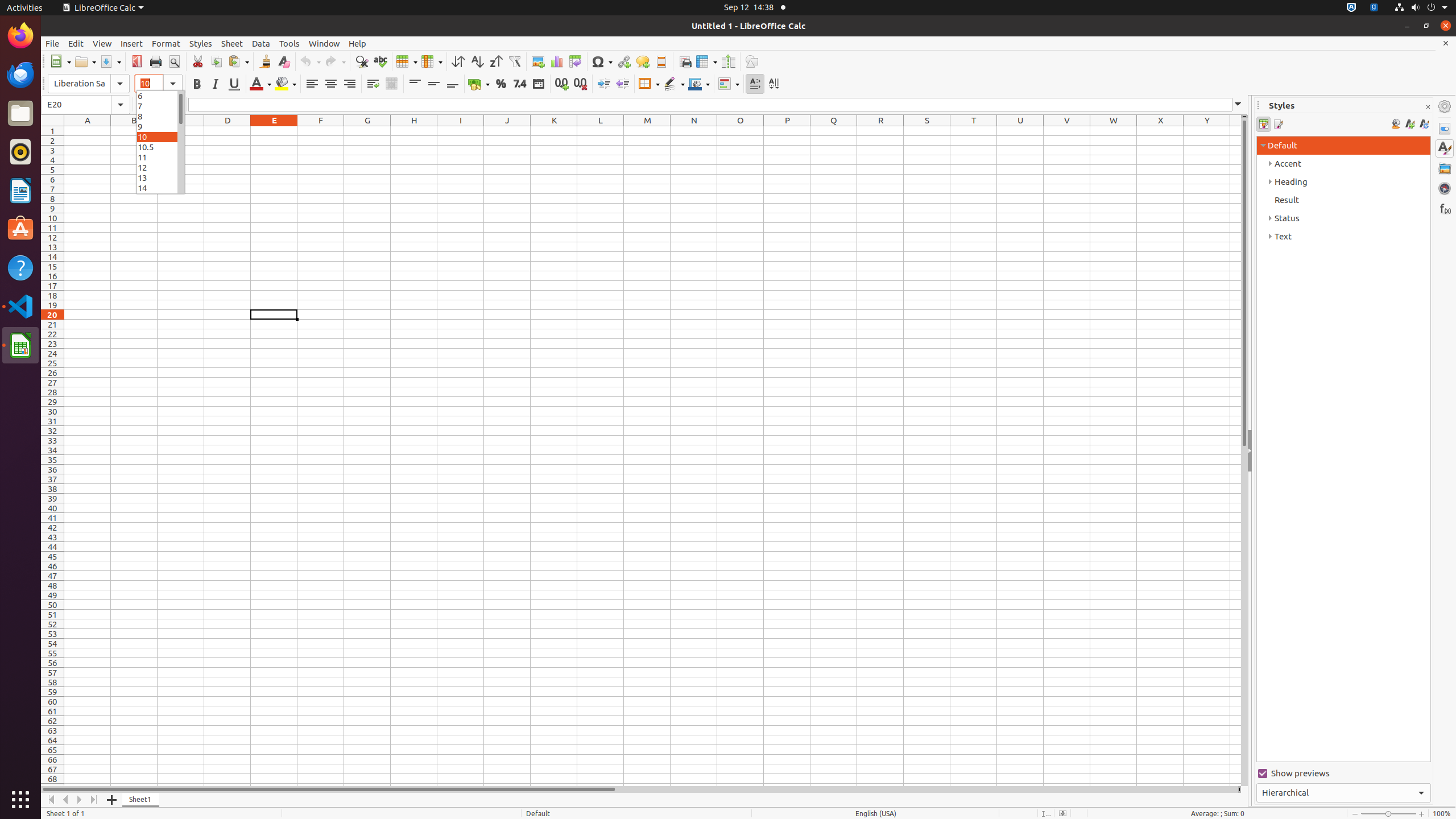 This screenshot has height=819, width=1456. What do you see at coordinates (65, 799) in the screenshot?
I see `'Move Left'` at bounding box center [65, 799].